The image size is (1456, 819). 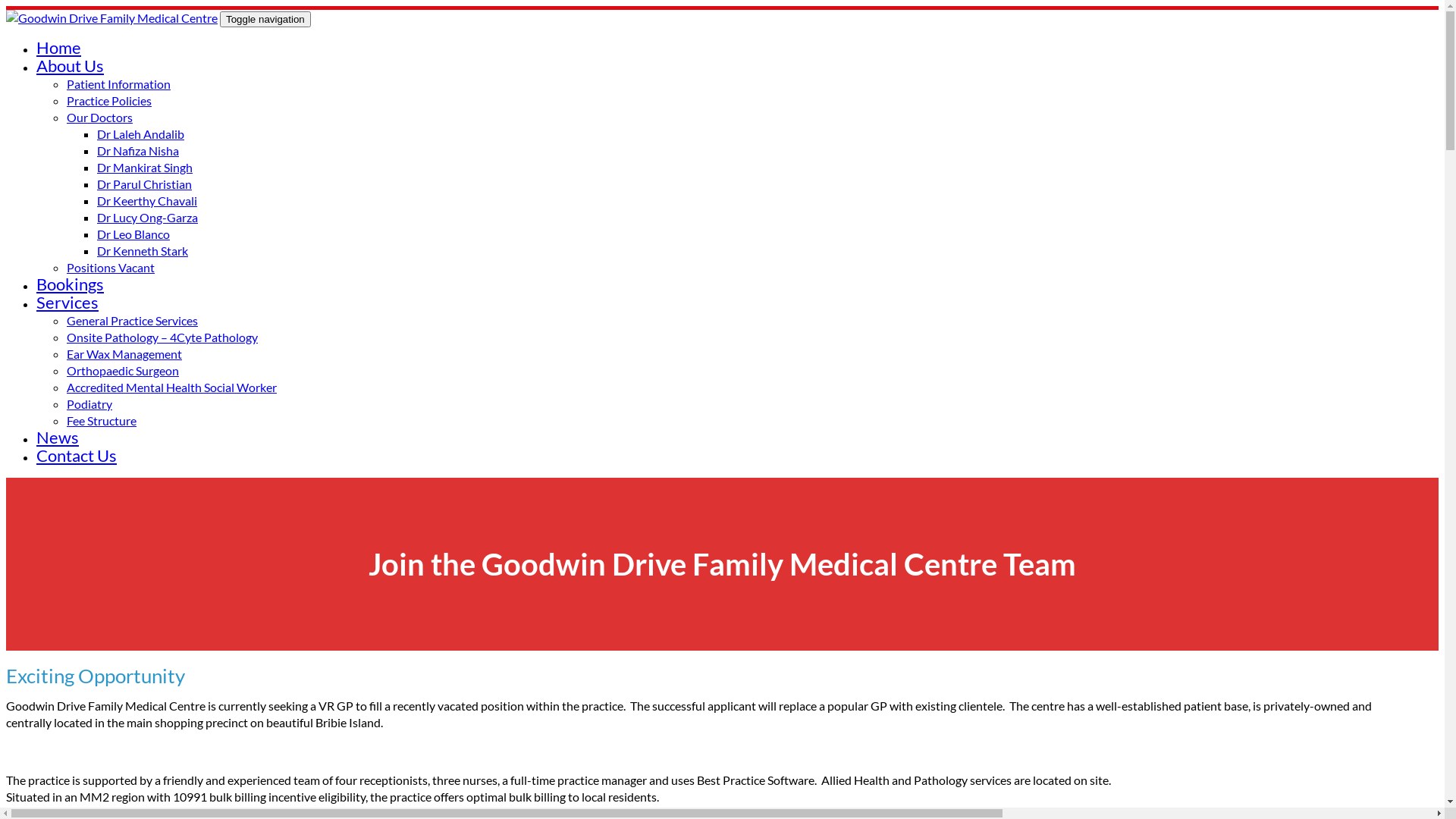 I want to click on 'Dr Parul Christian', so click(x=144, y=183).